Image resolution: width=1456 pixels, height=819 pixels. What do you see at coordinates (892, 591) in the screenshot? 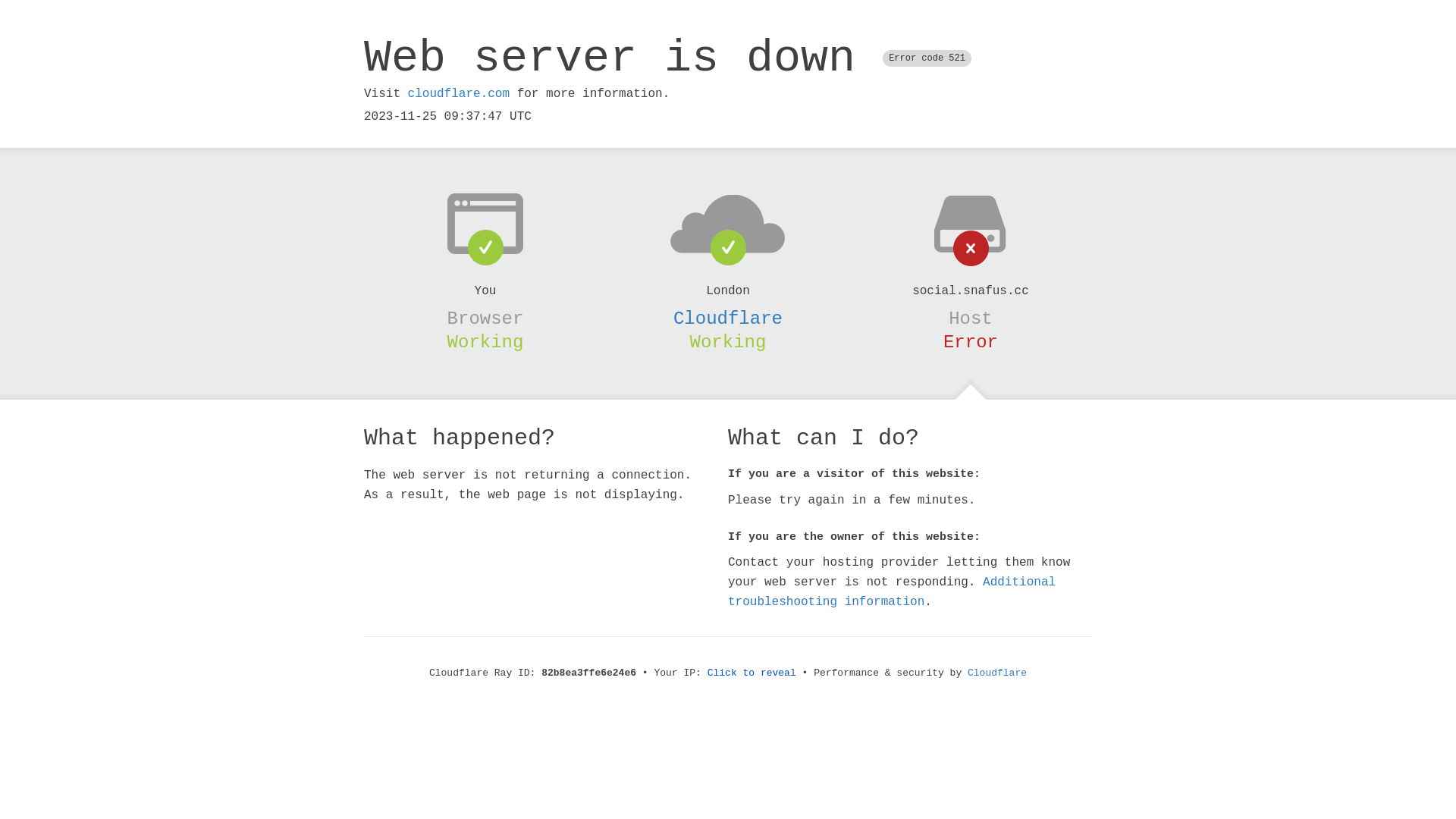
I see `'Additional troubleshooting information'` at bounding box center [892, 591].